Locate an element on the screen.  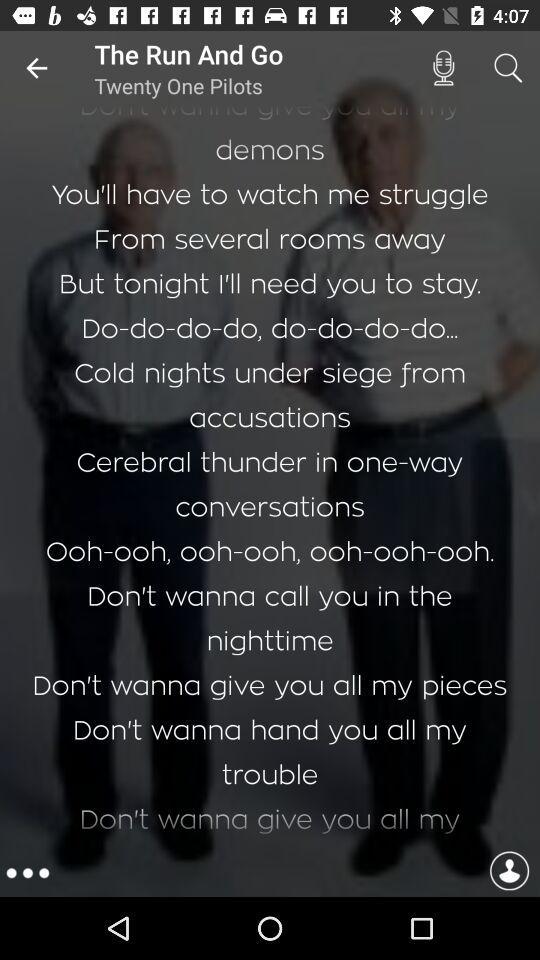
the icon next to the the run and is located at coordinates (36, 68).